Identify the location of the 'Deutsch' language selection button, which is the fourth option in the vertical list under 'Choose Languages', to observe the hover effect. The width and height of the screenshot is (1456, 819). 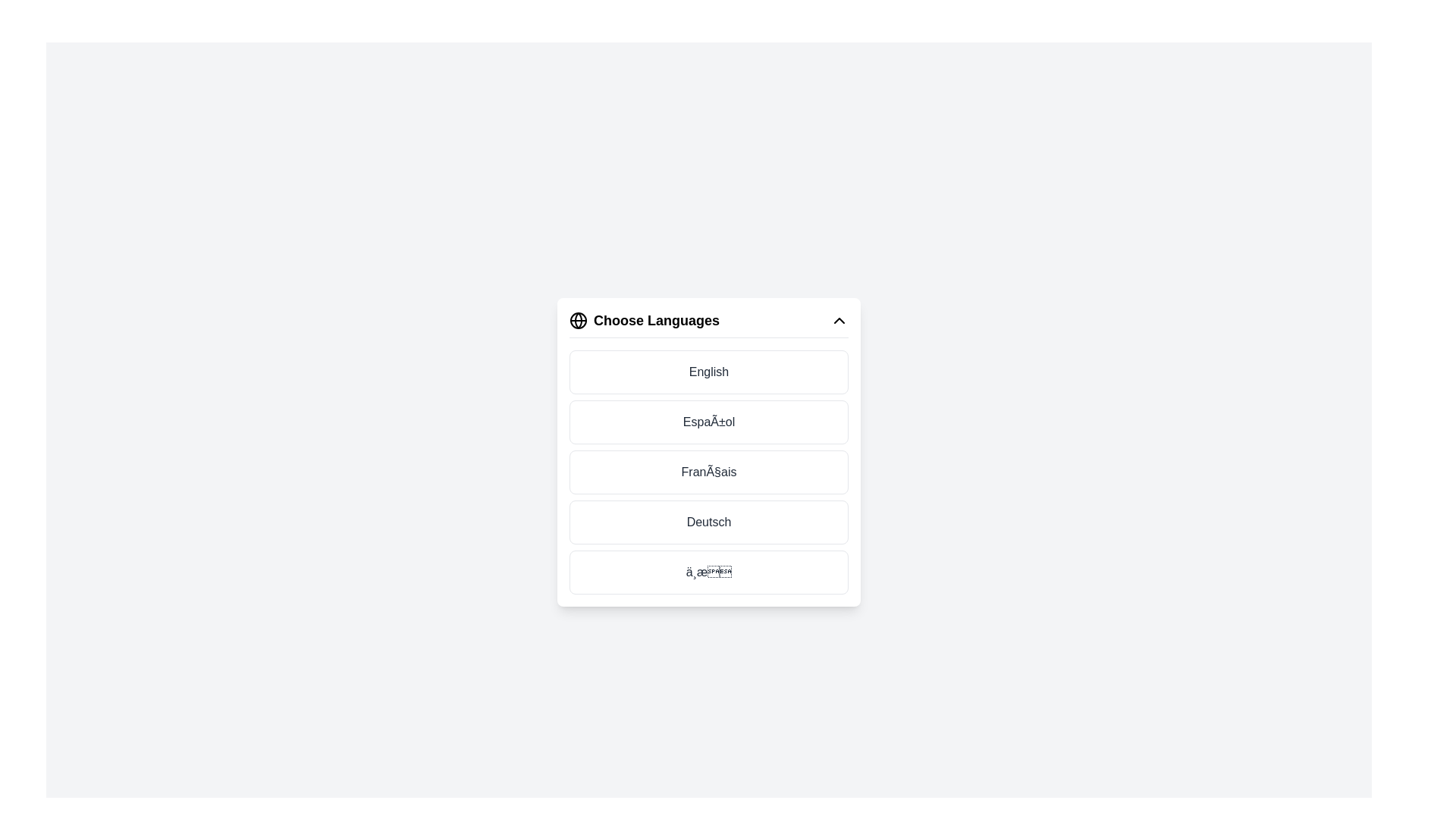
(708, 521).